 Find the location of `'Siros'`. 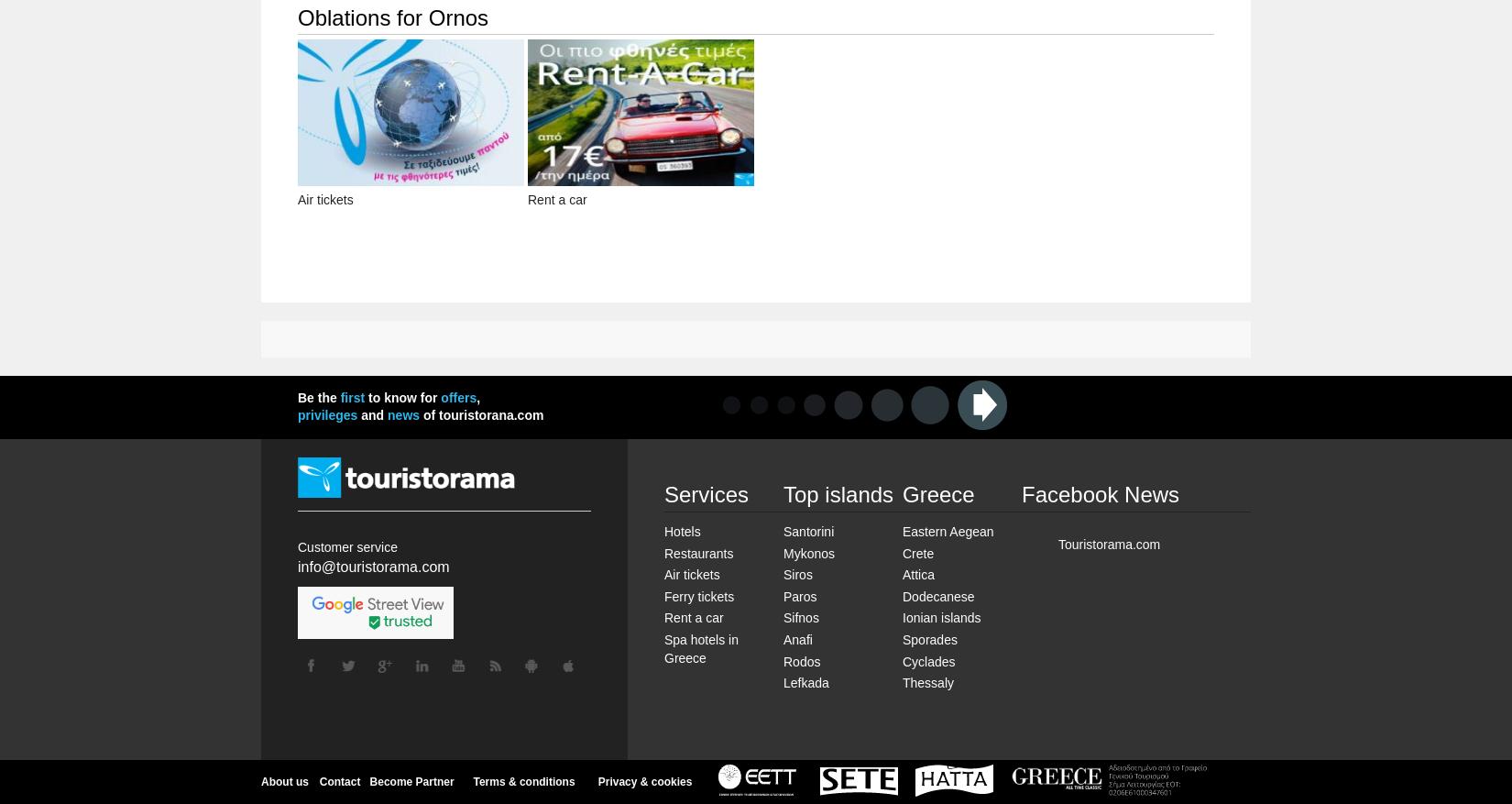

'Siros' is located at coordinates (797, 573).